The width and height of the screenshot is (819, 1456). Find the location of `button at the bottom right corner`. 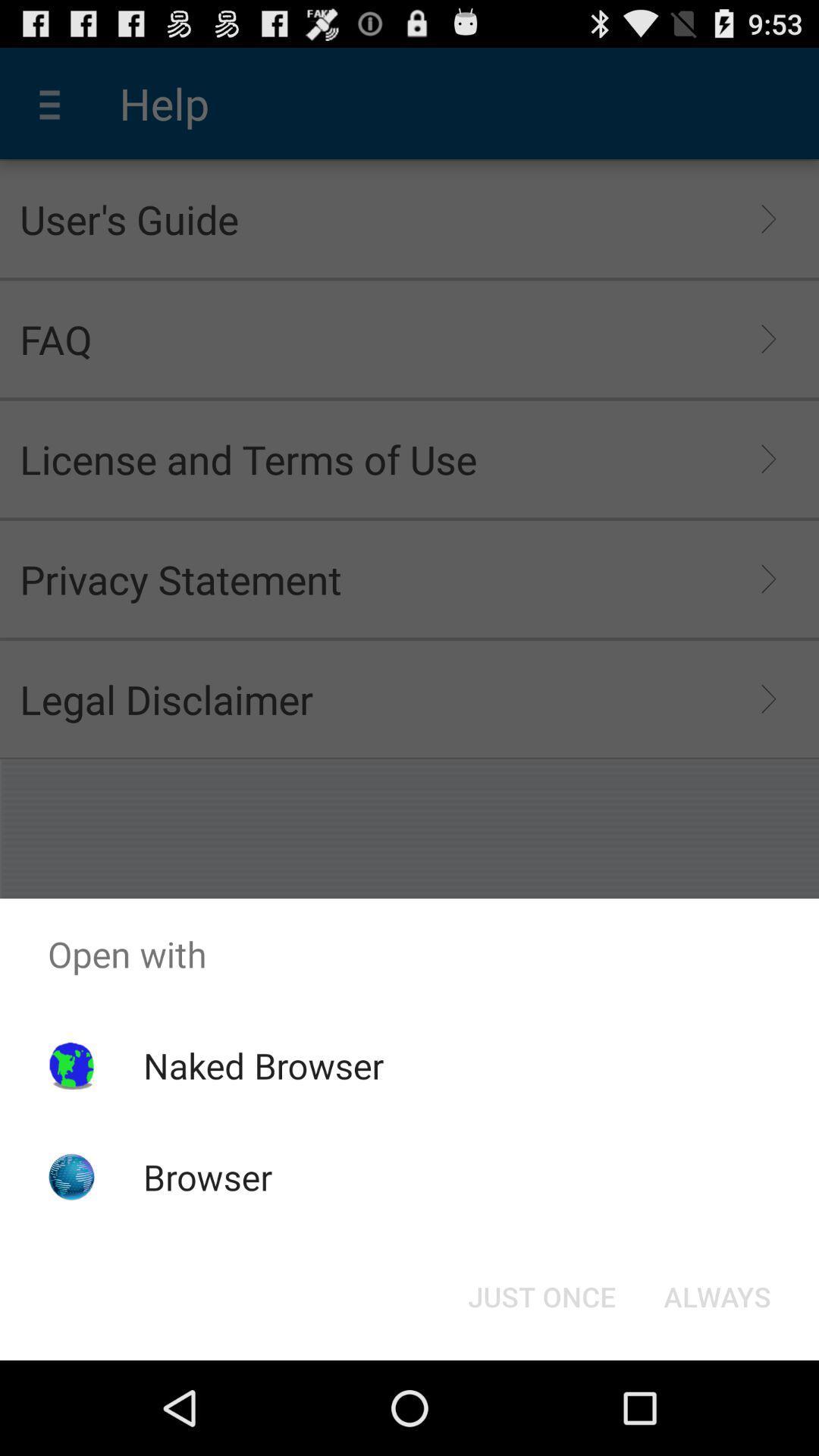

button at the bottom right corner is located at coordinates (717, 1295).